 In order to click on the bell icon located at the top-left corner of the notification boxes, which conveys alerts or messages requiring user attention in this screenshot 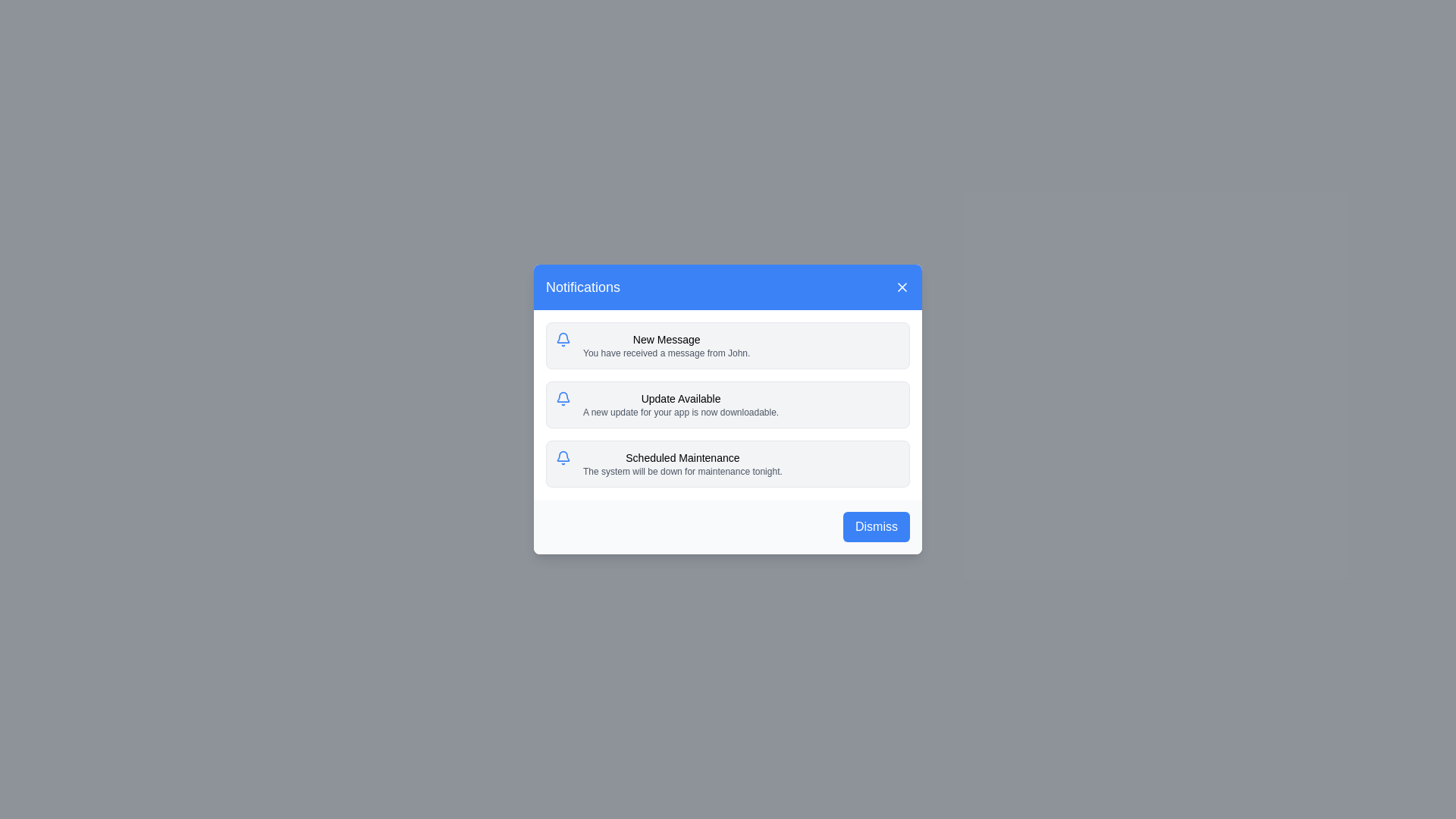, I will do `click(563, 396)`.